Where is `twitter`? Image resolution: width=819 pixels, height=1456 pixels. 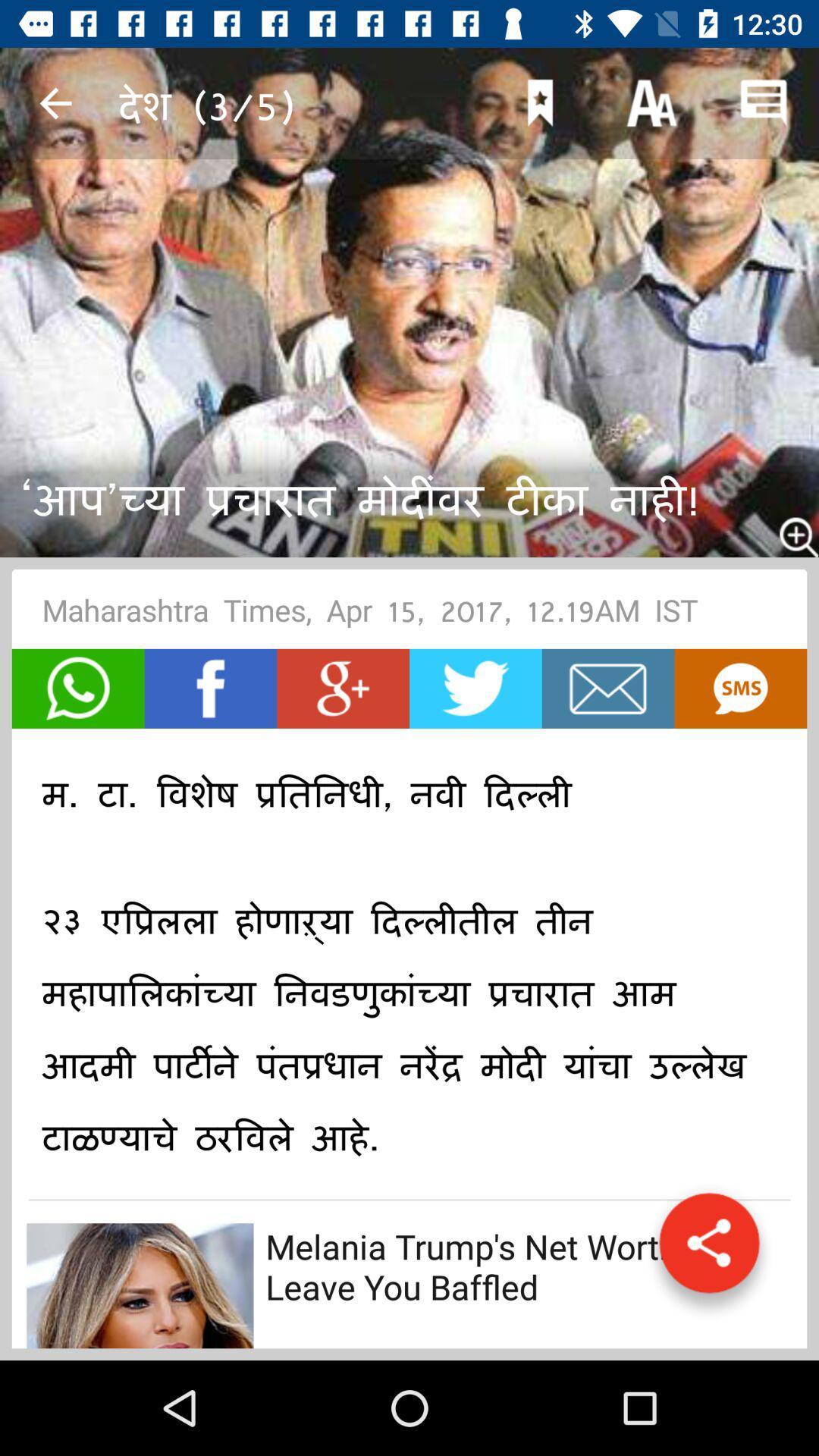
twitter is located at coordinates (475, 688).